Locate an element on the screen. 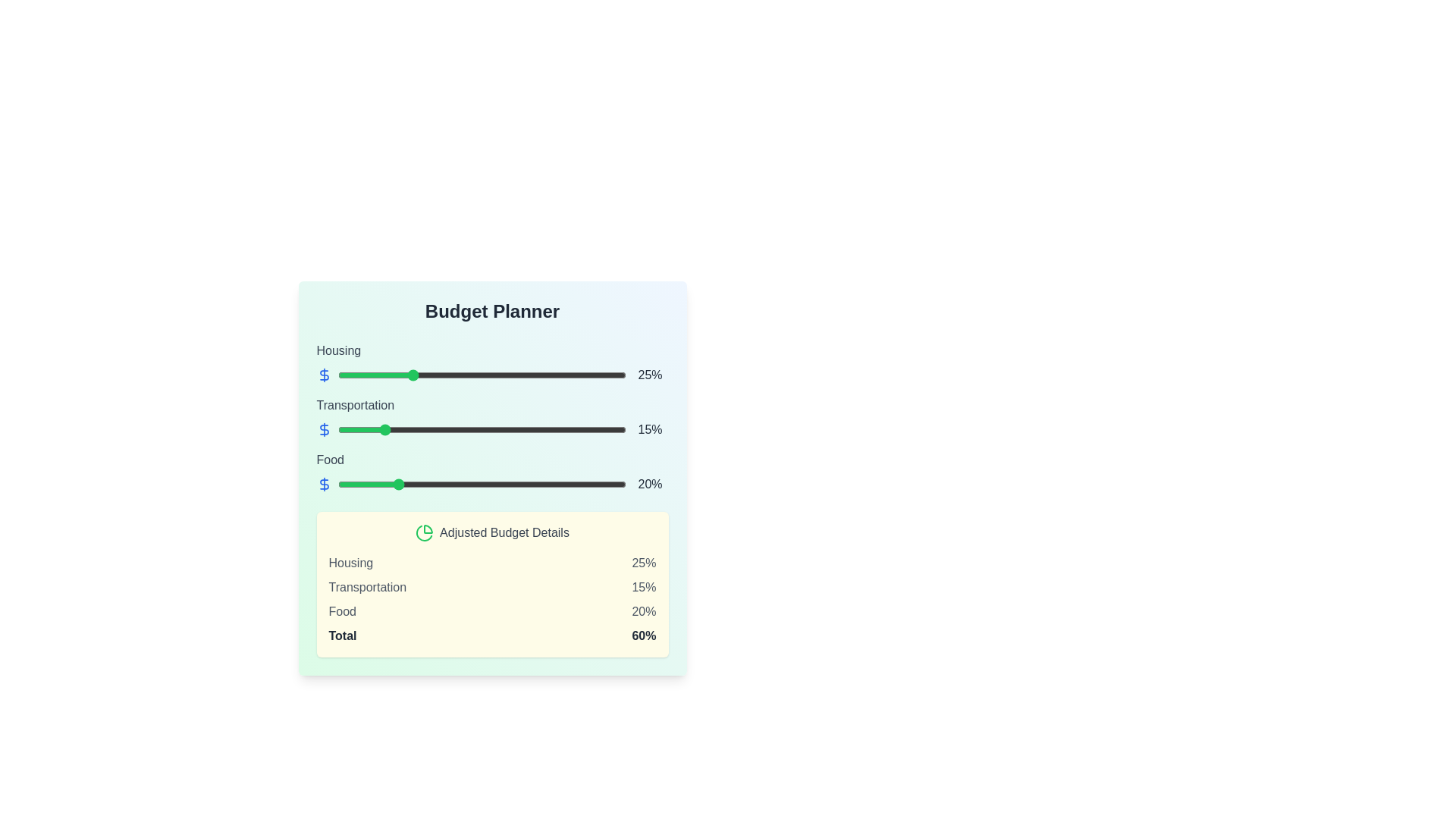  the 'Transportation' slider is located at coordinates (588, 430).